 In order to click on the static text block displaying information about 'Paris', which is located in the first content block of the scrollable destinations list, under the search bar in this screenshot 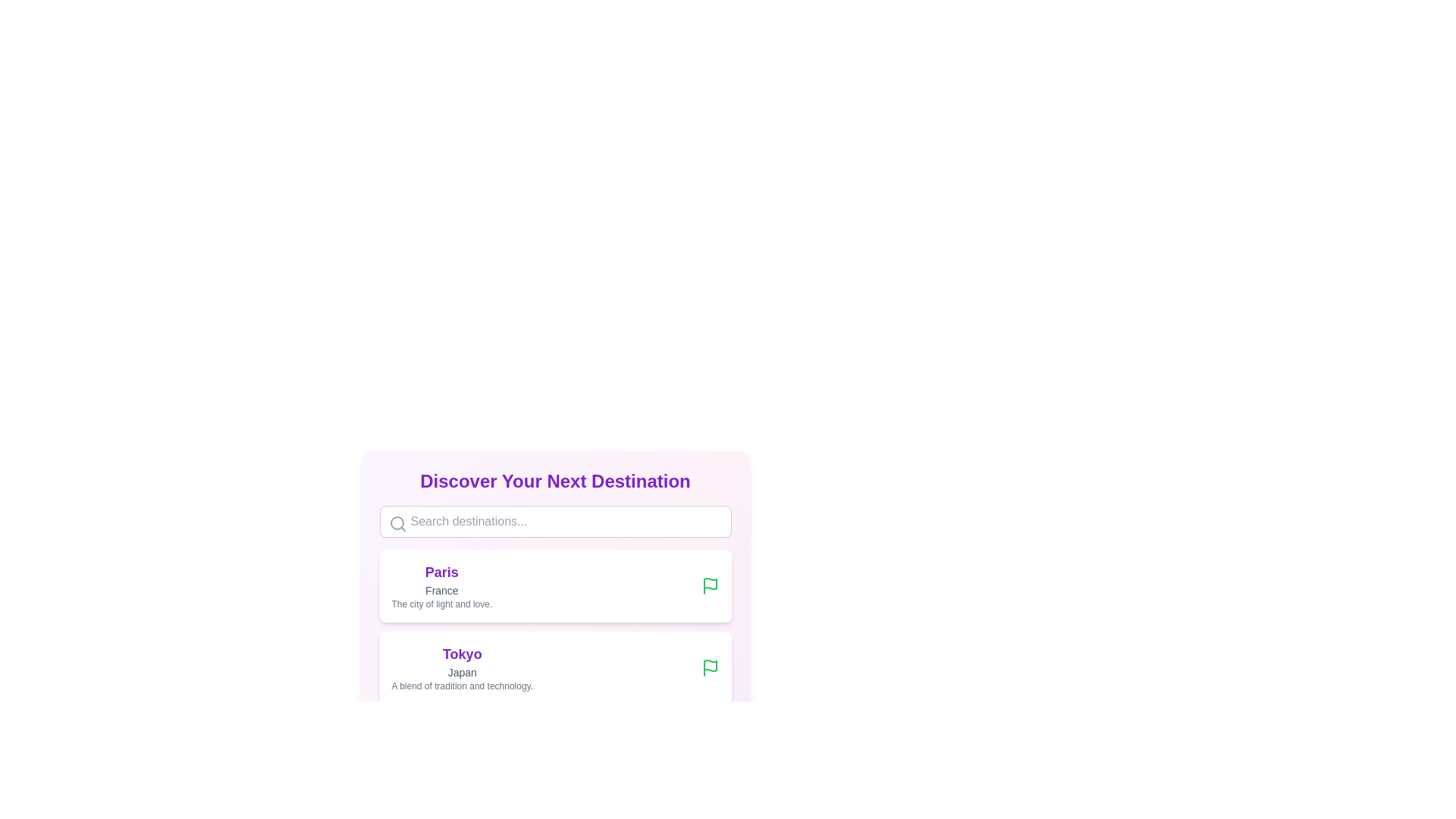, I will do `click(441, 585)`.